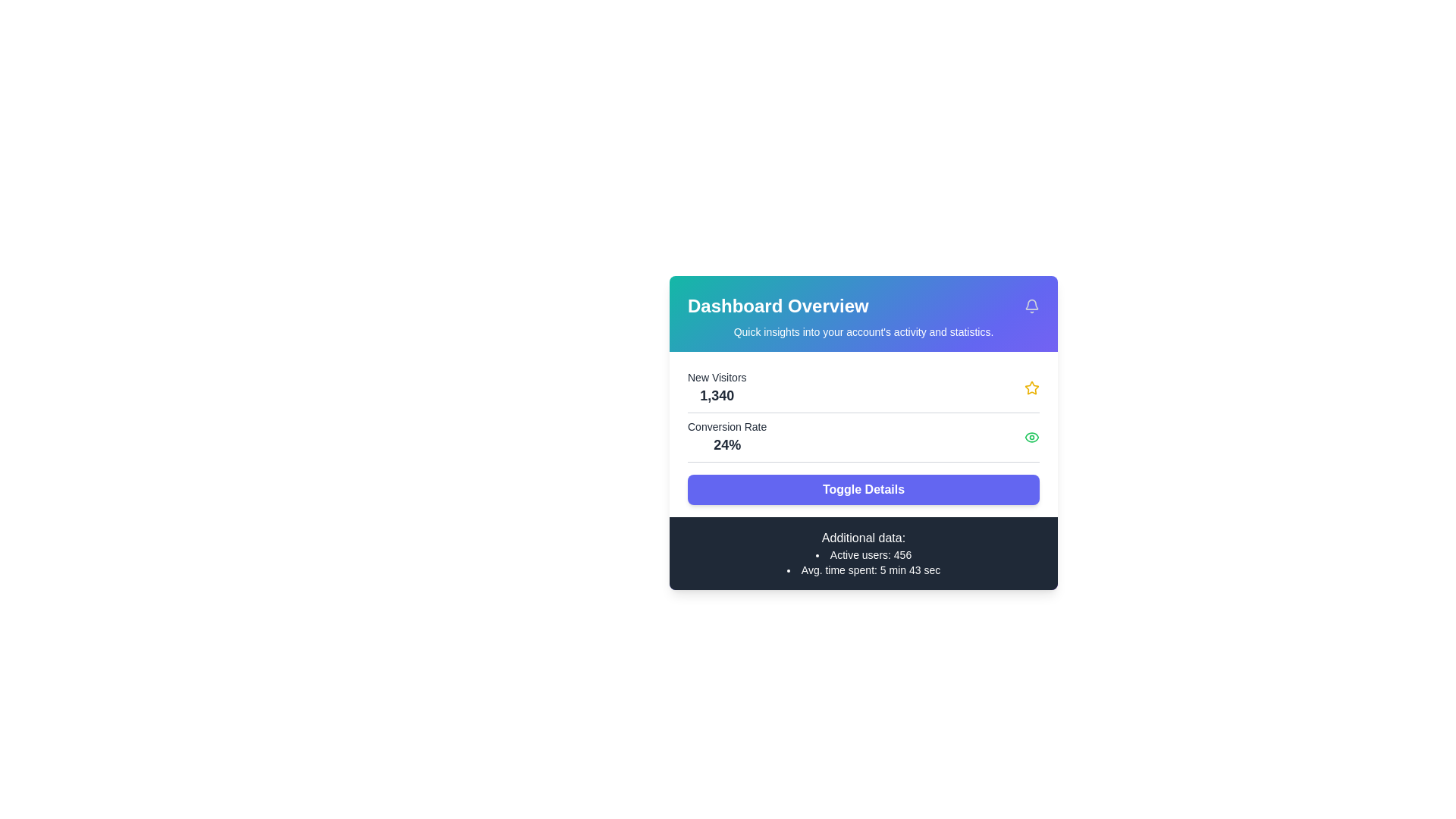  Describe the element at coordinates (716, 394) in the screenshot. I see `the static text element that displays the numerical count of new visitors, located below the 'New Visitors' label in the statistics card on the dashboard` at that location.